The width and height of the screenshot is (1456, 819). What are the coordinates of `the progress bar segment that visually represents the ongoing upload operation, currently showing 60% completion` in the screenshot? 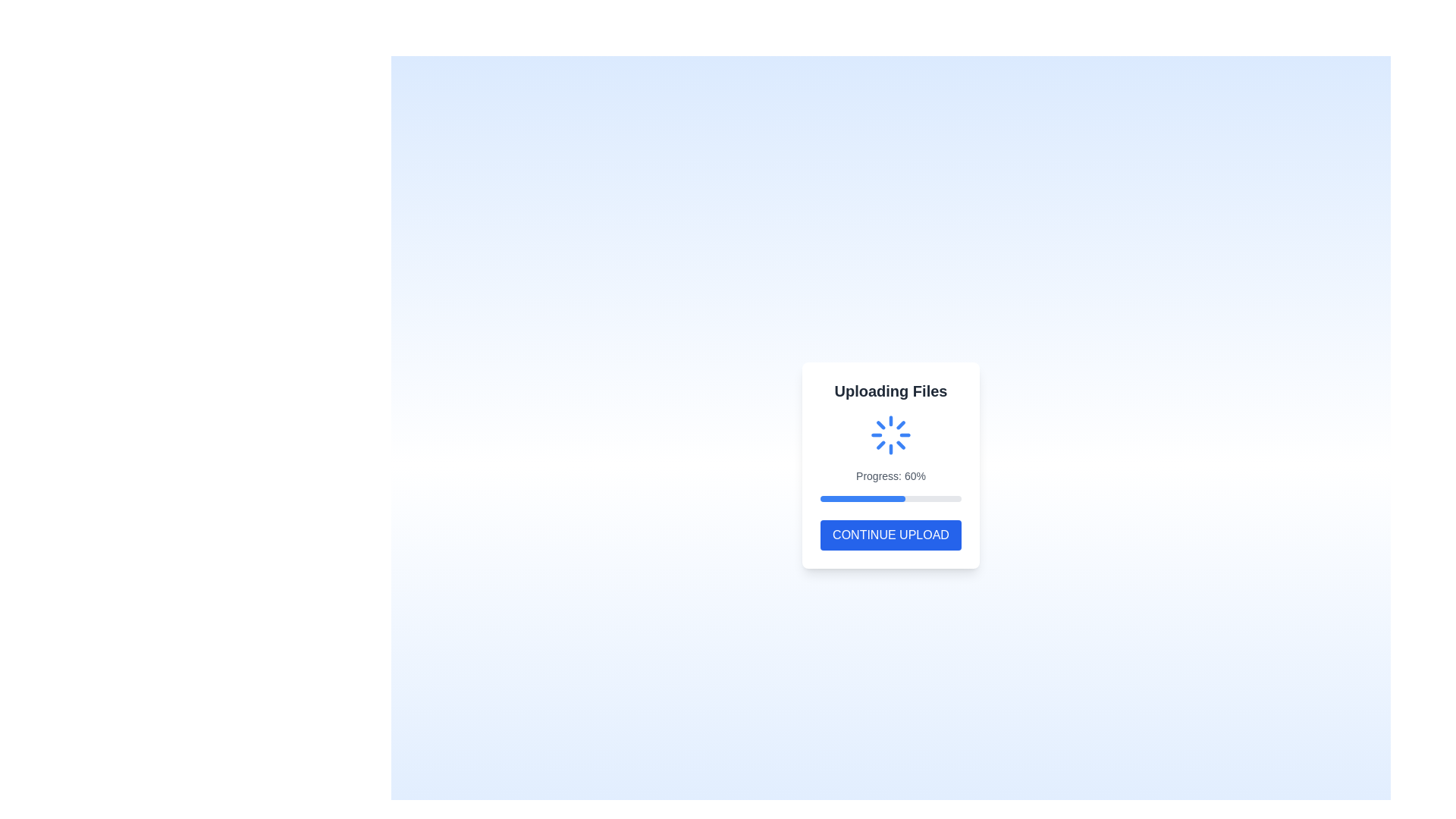 It's located at (862, 499).